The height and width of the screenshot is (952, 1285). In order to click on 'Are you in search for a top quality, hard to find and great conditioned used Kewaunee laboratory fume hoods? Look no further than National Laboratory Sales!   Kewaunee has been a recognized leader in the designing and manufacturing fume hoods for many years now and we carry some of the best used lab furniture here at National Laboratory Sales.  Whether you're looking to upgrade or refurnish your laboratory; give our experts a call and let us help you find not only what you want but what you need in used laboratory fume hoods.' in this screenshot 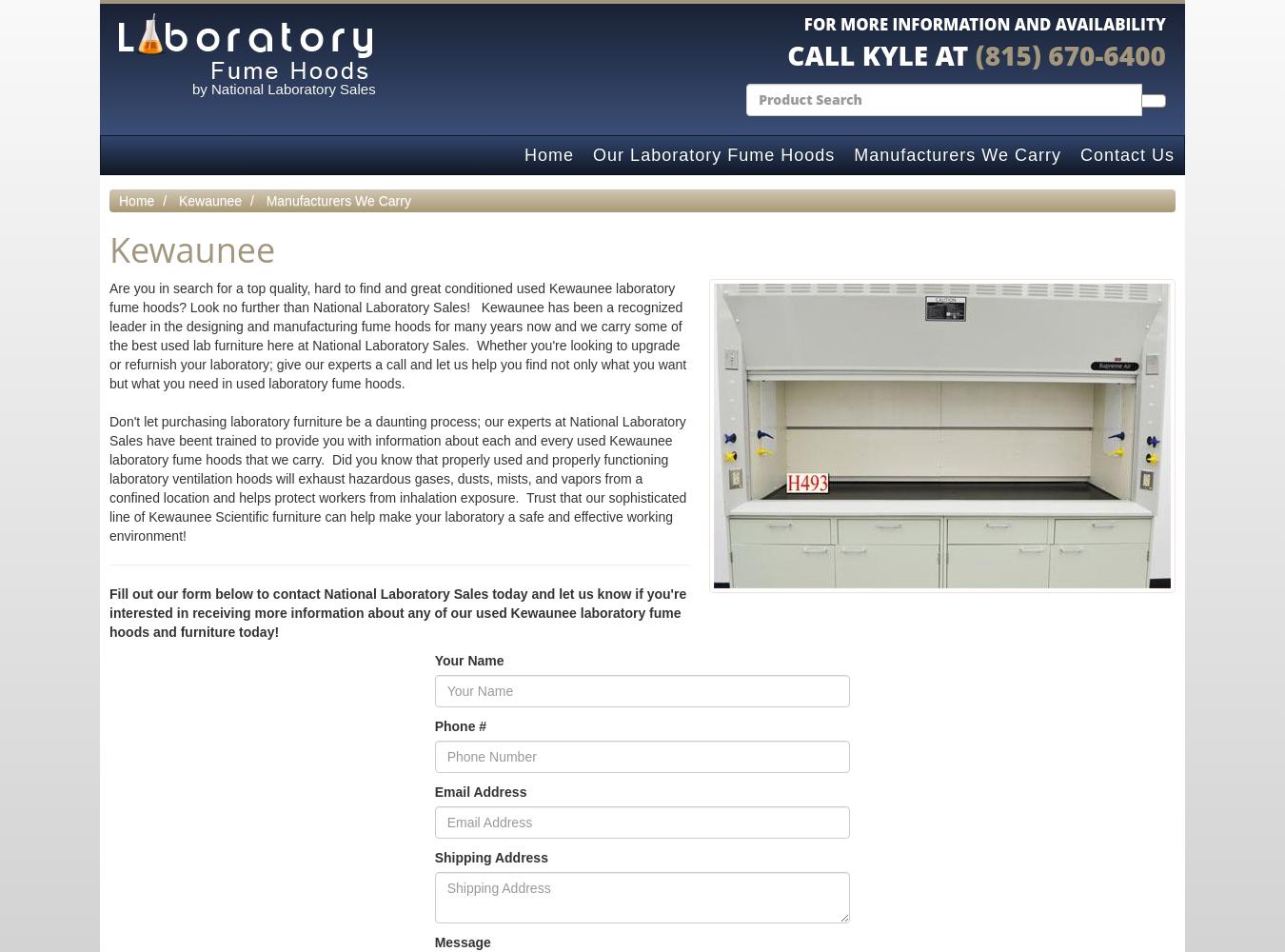, I will do `click(109, 334)`.